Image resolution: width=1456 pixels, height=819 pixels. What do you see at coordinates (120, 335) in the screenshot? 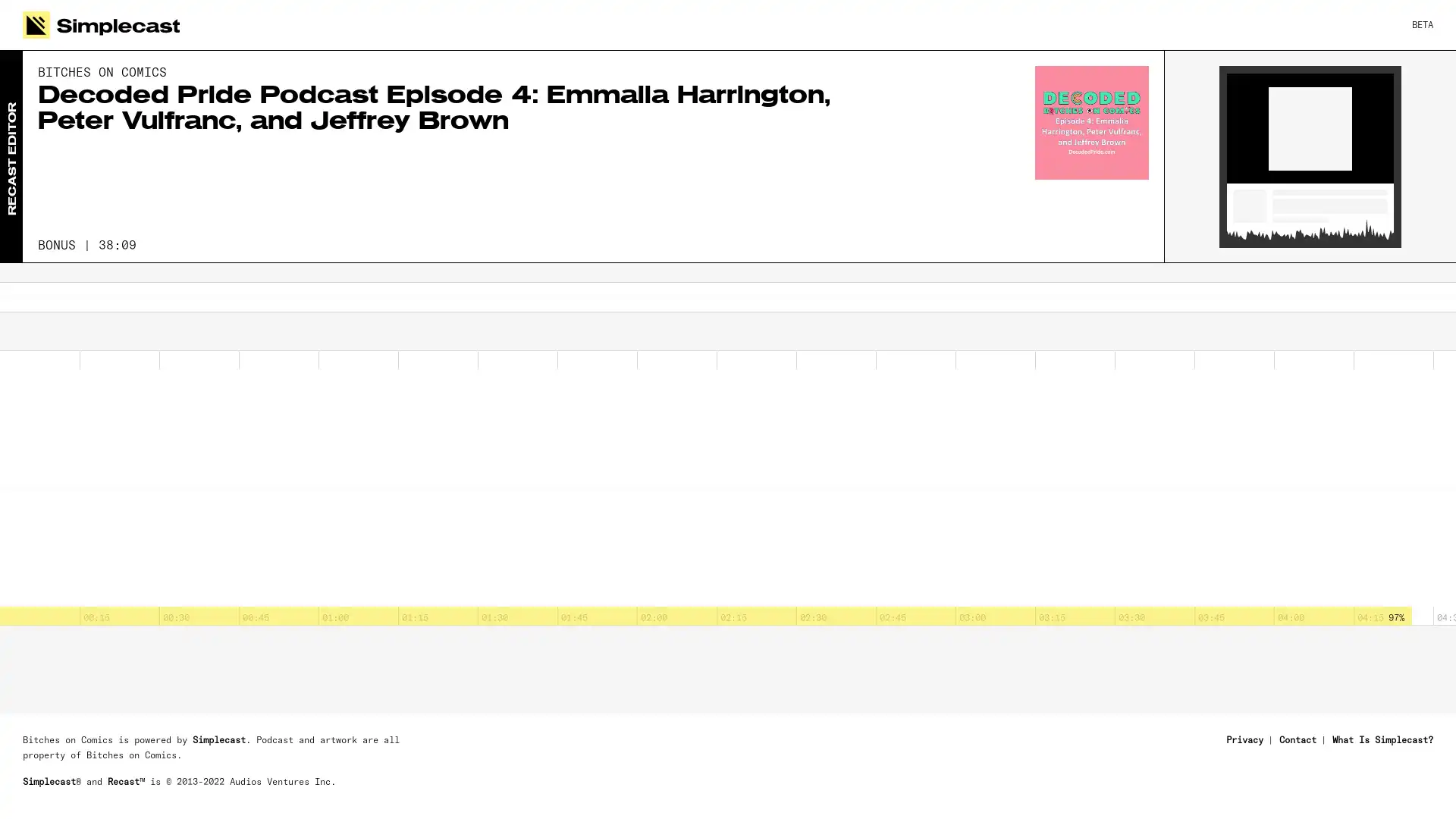
I see `90s` at bounding box center [120, 335].